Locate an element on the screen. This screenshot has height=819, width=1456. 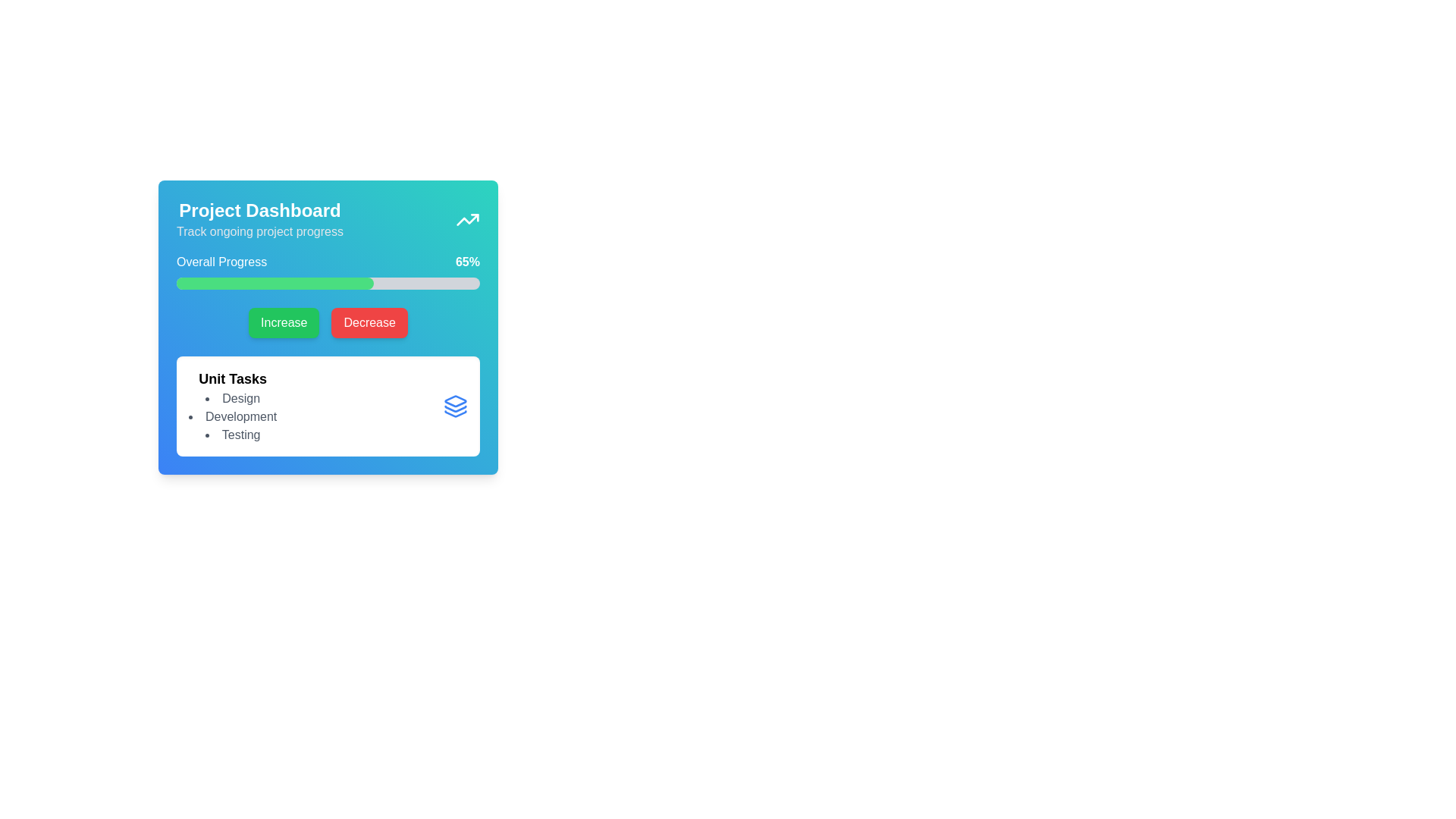
the text label that reads 'Track ongoing project progress', which is positioned directly below the 'Project Dashboard' header in a blue-green gradient background is located at coordinates (259, 231).